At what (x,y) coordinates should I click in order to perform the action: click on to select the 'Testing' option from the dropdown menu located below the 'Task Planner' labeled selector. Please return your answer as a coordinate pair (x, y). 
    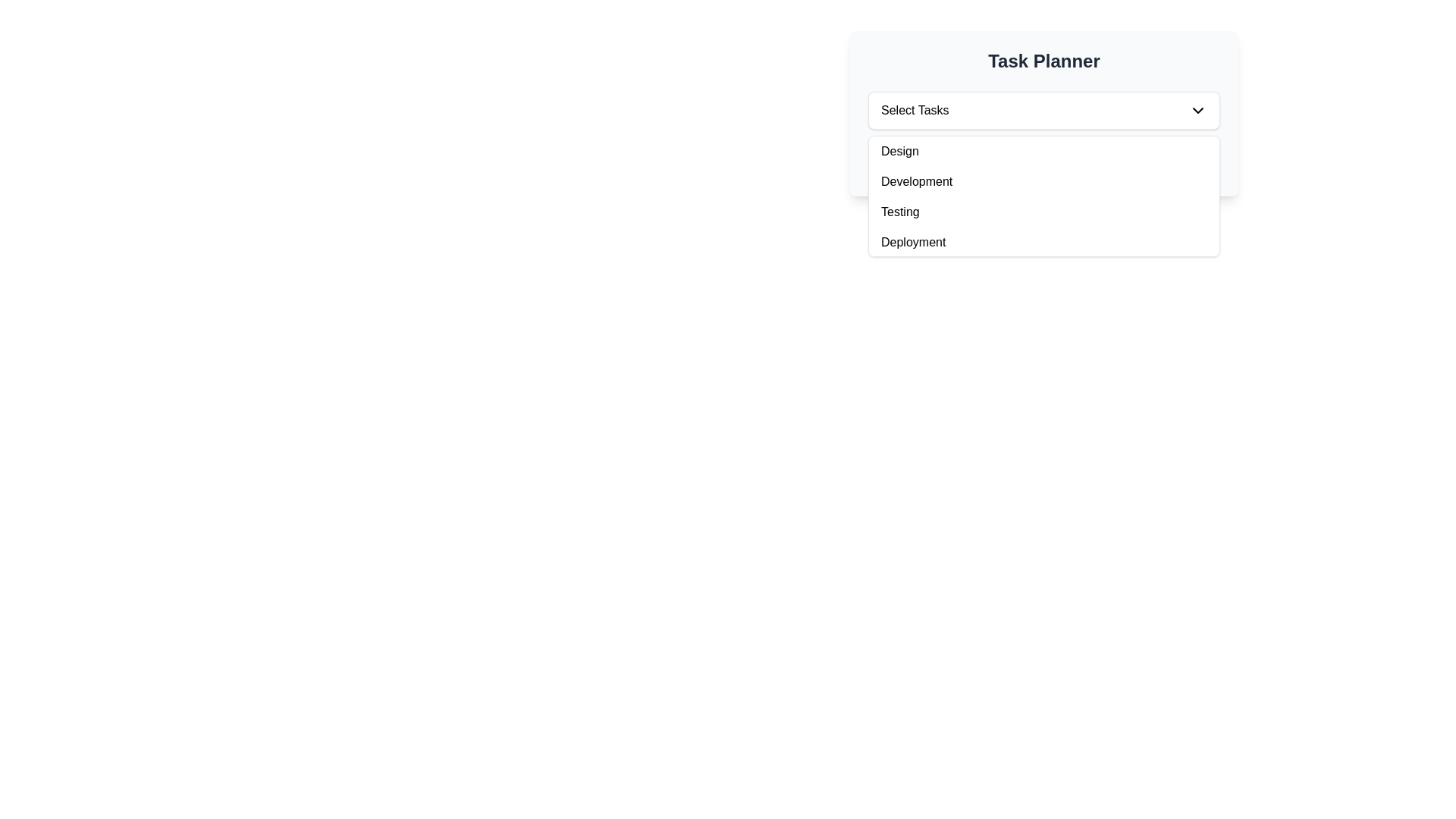
    Looking at the image, I should click on (1043, 195).